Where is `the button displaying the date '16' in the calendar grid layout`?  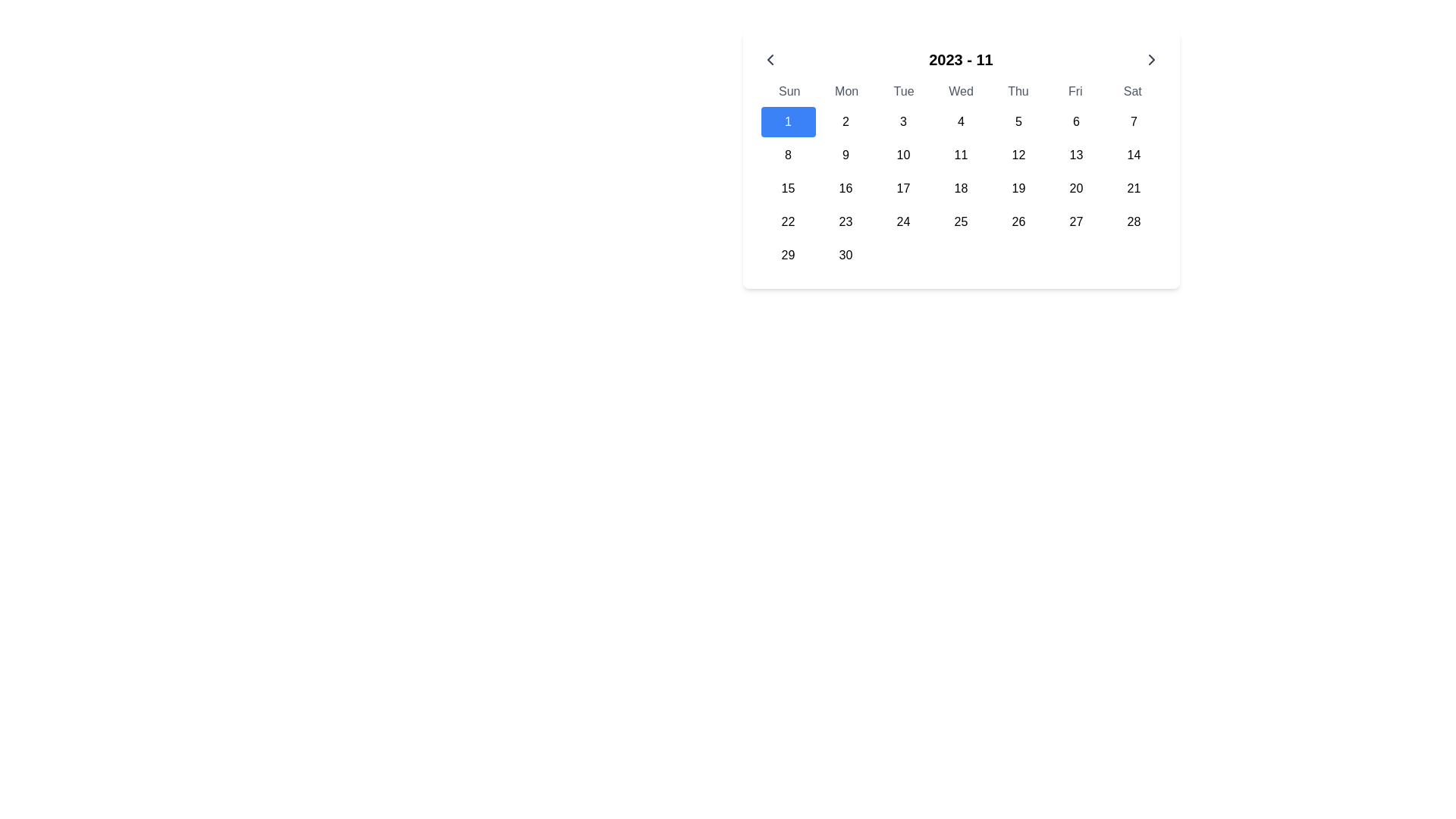
the button displaying the date '16' in the calendar grid layout is located at coordinates (845, 188).